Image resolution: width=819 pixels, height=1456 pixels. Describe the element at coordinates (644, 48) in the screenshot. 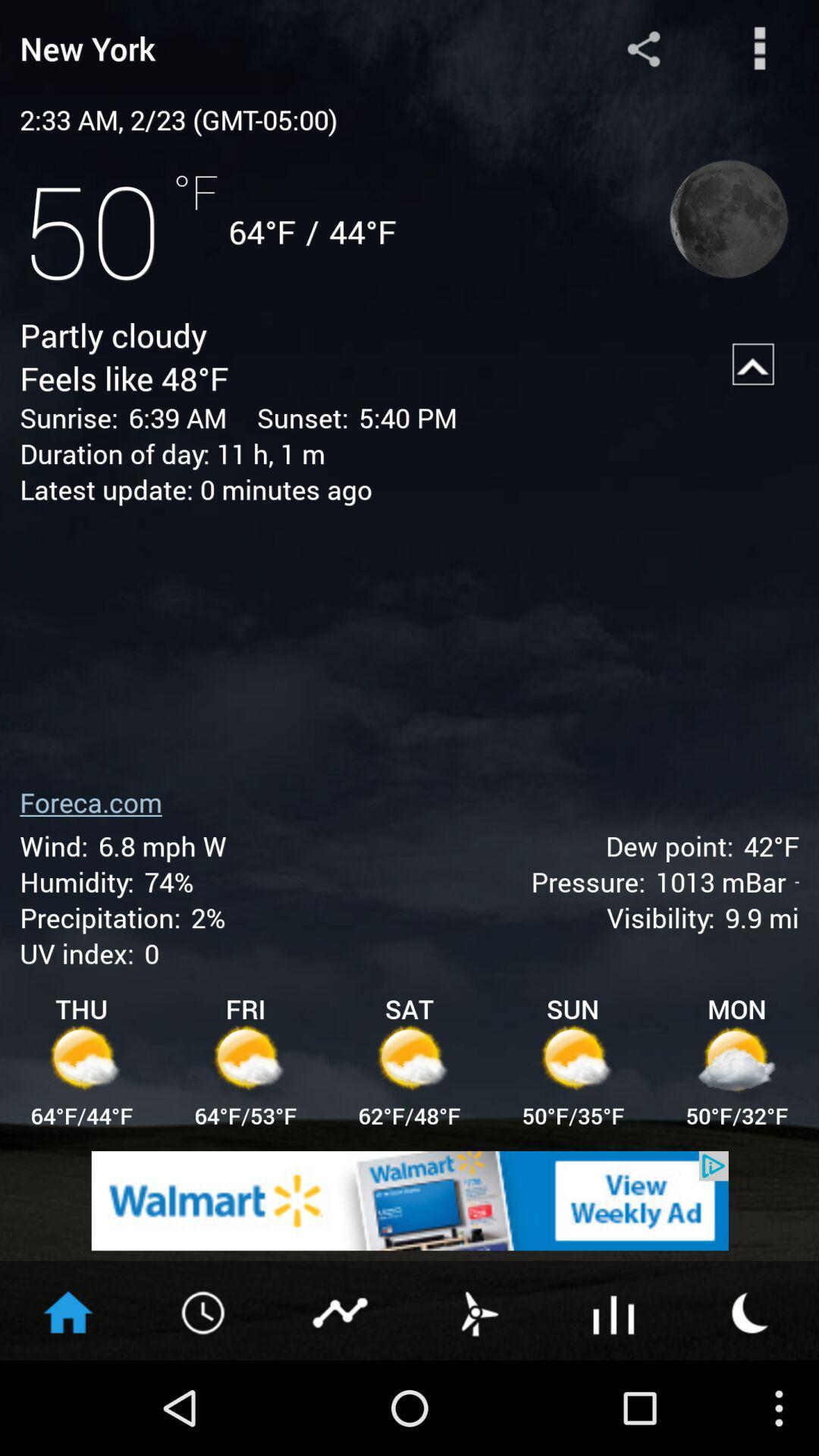

I see `share icon` at that location.